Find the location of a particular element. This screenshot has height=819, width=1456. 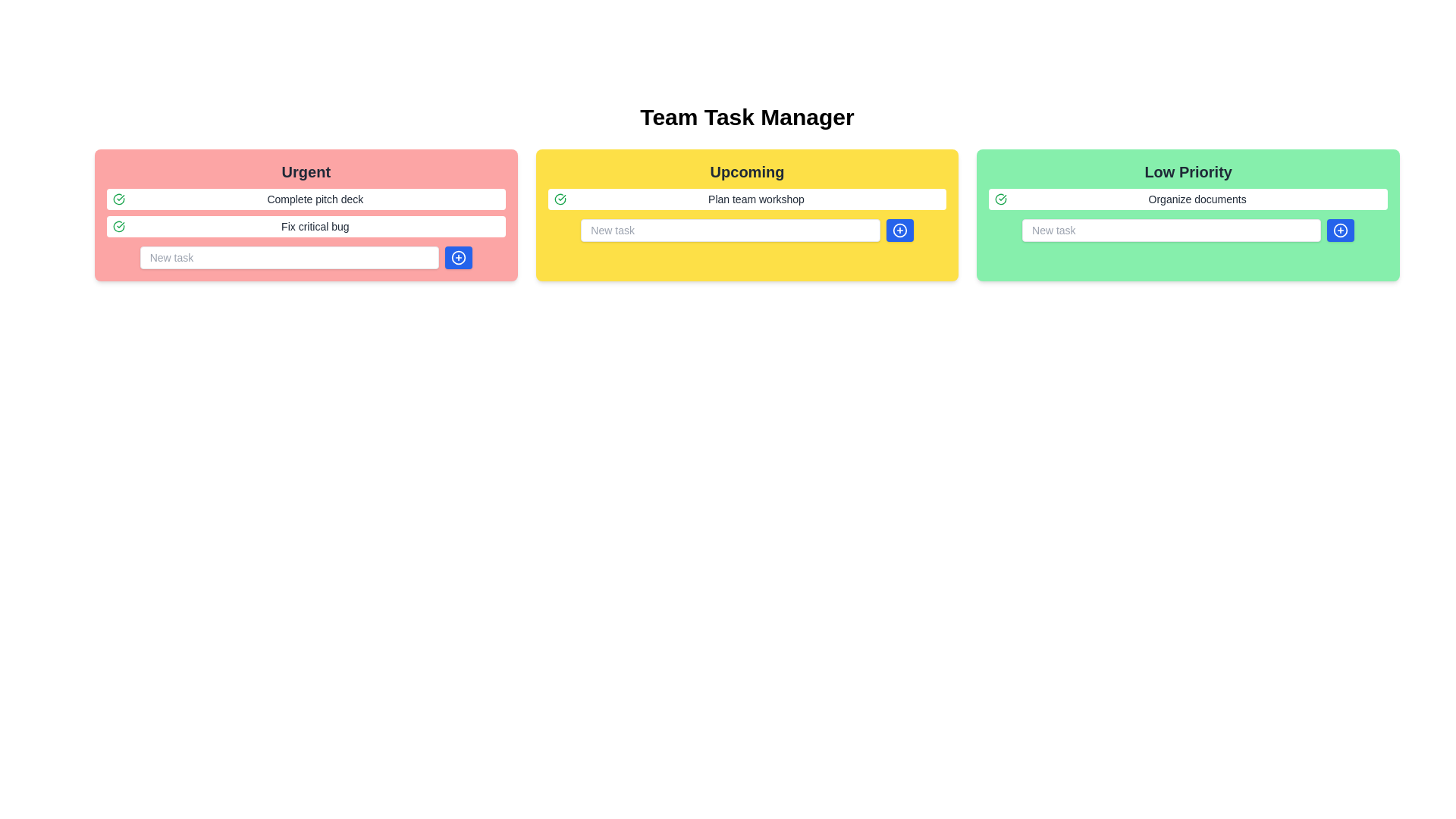

the textual list item element containing the lines 'Complete pitch deck' and 'Fix critical bug' in the 'Urgent' section, which has a red background and is the second grouping of tasks is located at coordinates (305, 213).